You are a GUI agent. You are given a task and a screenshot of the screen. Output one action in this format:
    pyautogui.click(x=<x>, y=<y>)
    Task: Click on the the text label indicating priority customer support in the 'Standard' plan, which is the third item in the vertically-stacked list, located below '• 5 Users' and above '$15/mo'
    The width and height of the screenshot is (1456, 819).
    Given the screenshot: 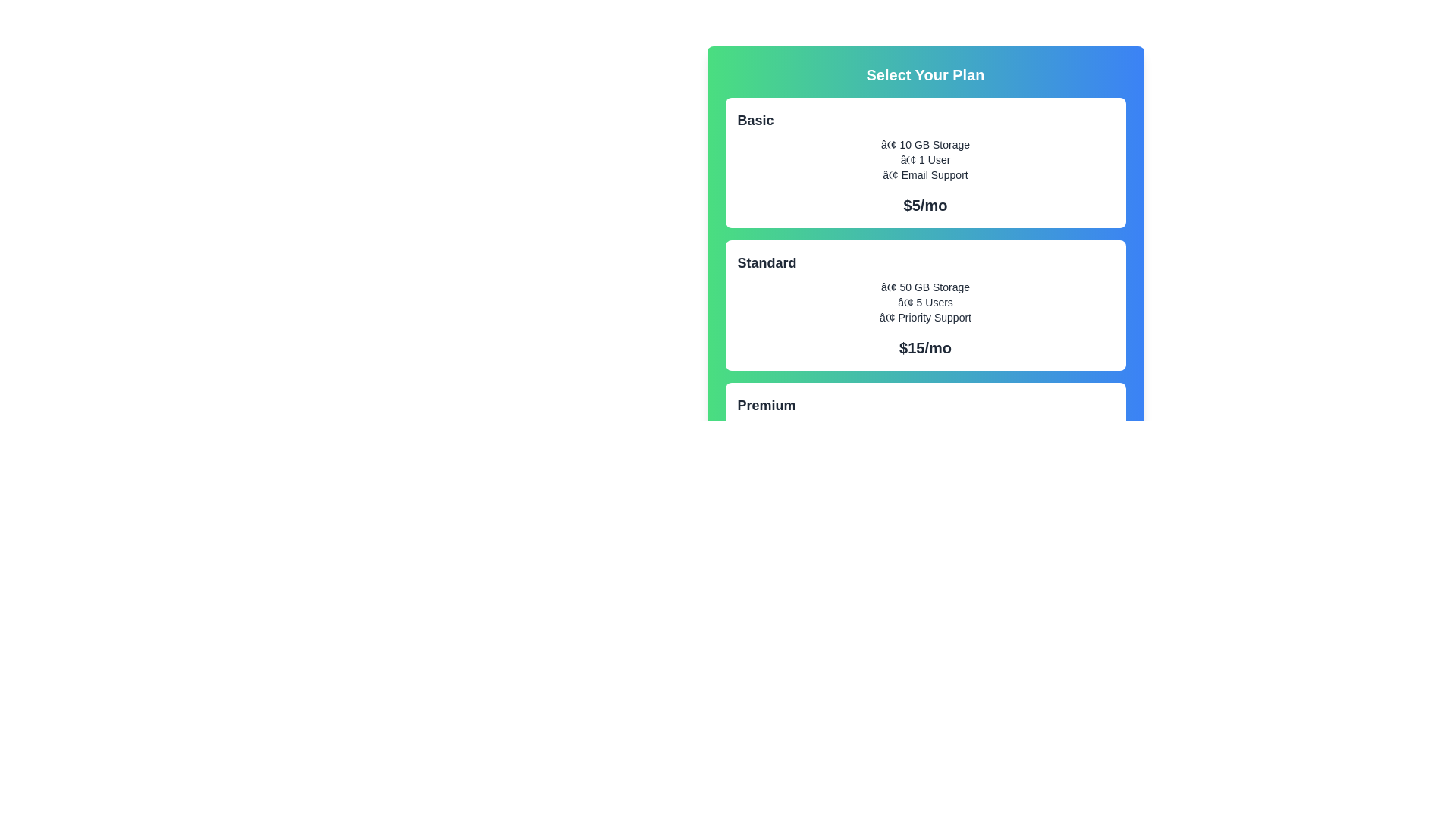 What is the action you would take?
    pyautogui.click(x=924, y=317)
    